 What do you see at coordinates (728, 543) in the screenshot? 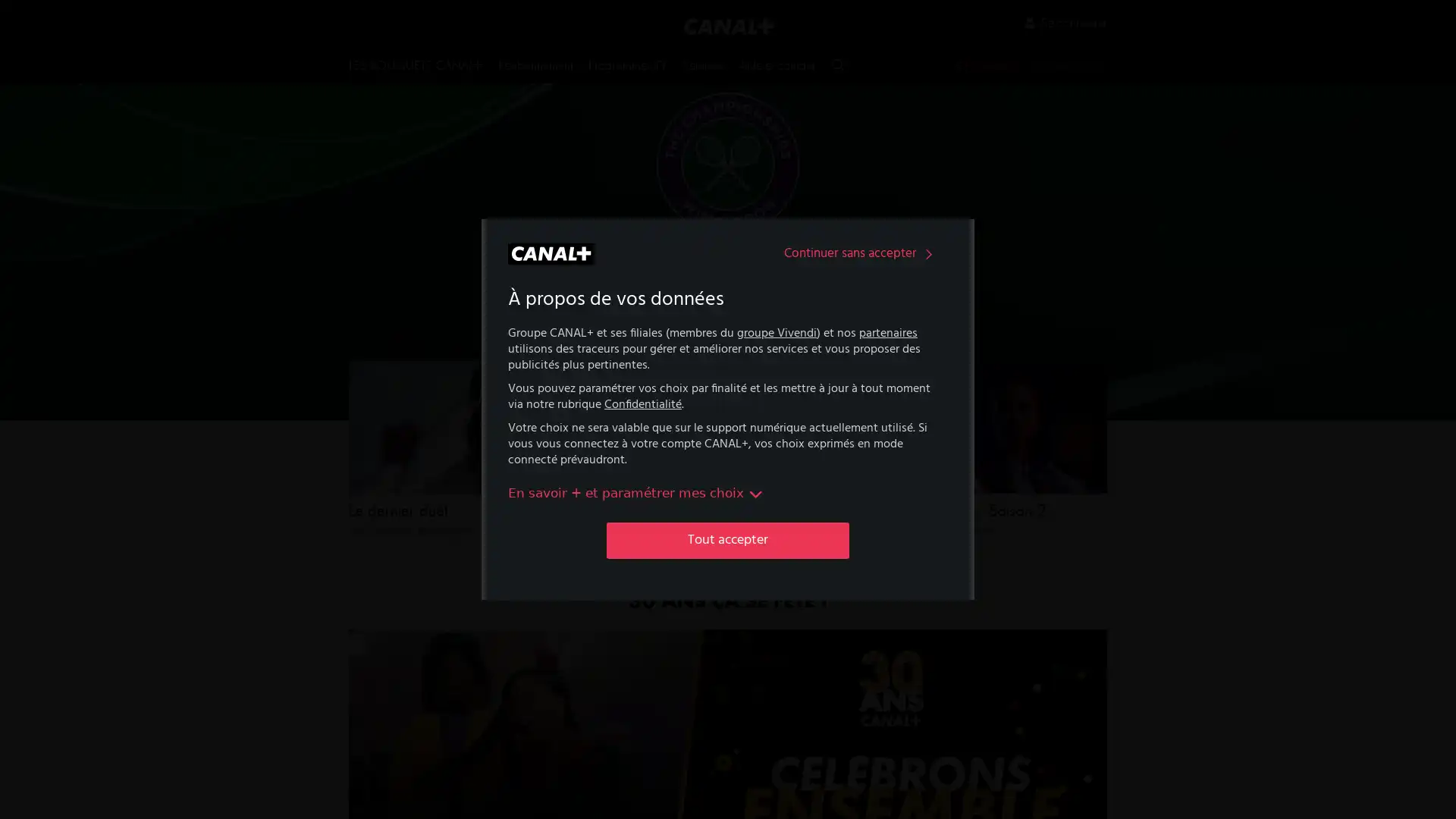
I see `Mauritanie` at bounding box center [728, 543].